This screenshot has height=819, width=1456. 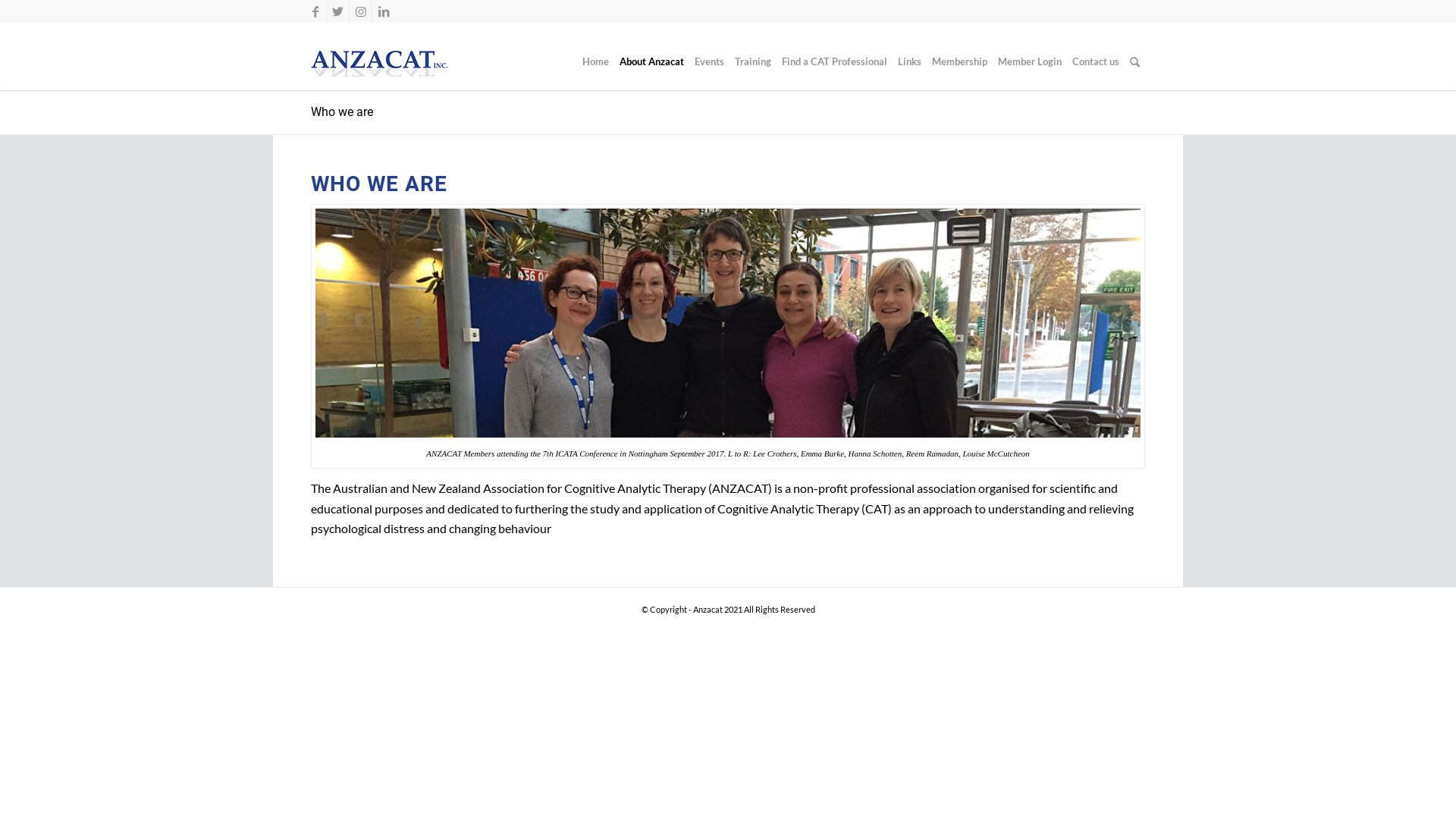 What do you see at coordinates (926, 61) in the screenshot?
I see `'Membership'` at bounding box center [926, 61].